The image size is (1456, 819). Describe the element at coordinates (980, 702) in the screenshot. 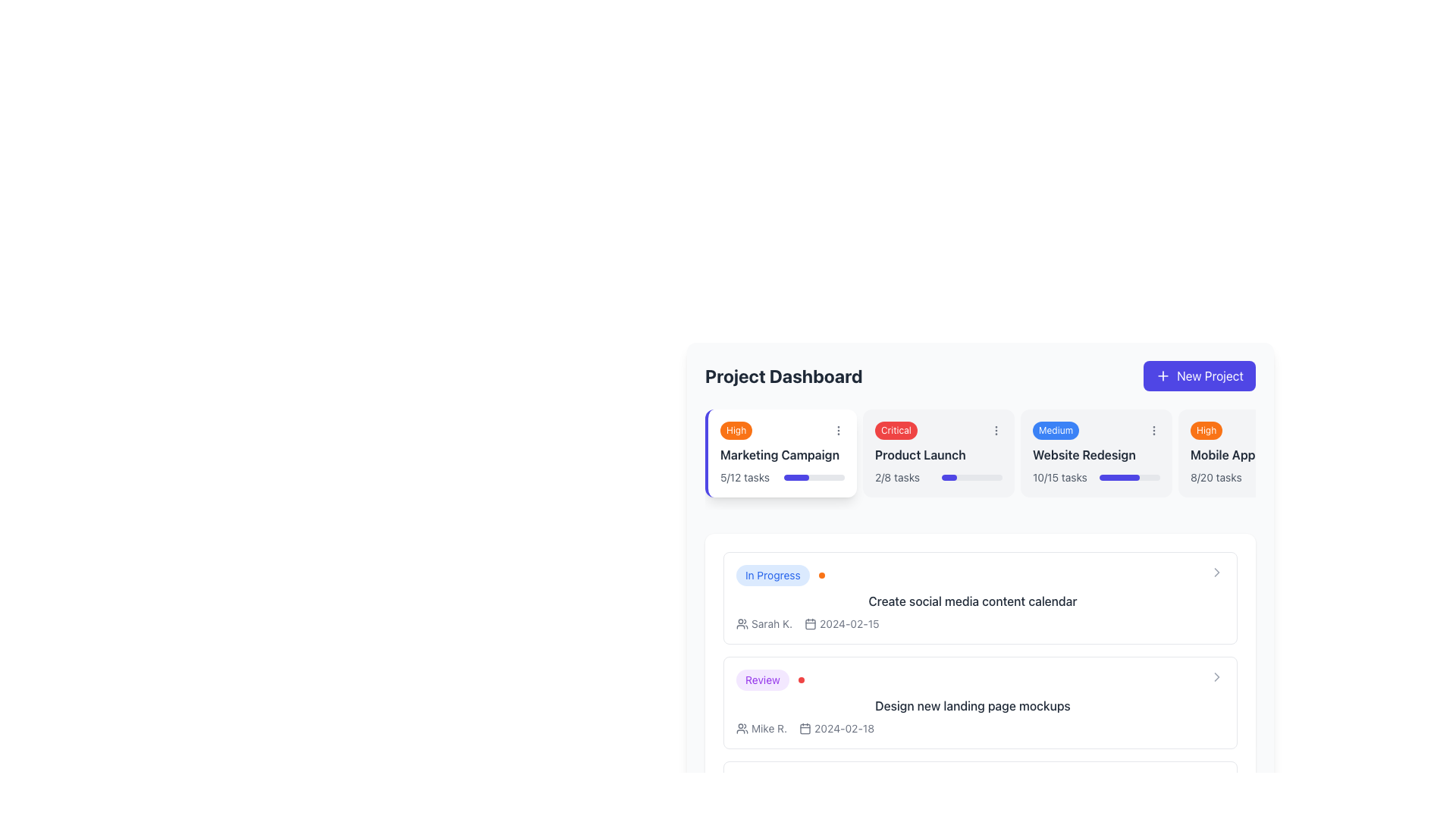

I see `the task title in the 'Review' task group` at that location.